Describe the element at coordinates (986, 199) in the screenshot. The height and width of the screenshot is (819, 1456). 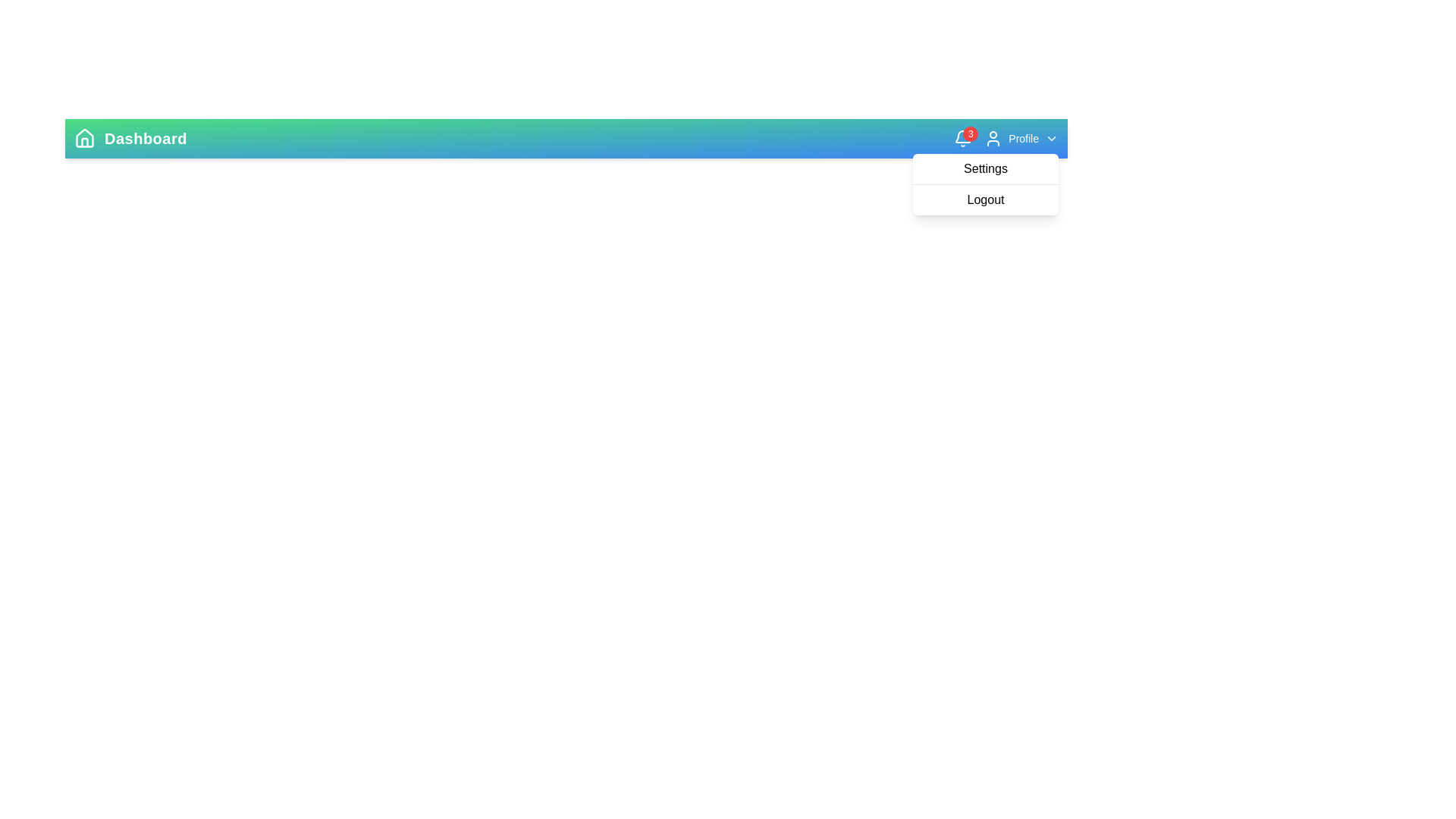
I see `the 'Logout' option in the dropdown menu` at that location.